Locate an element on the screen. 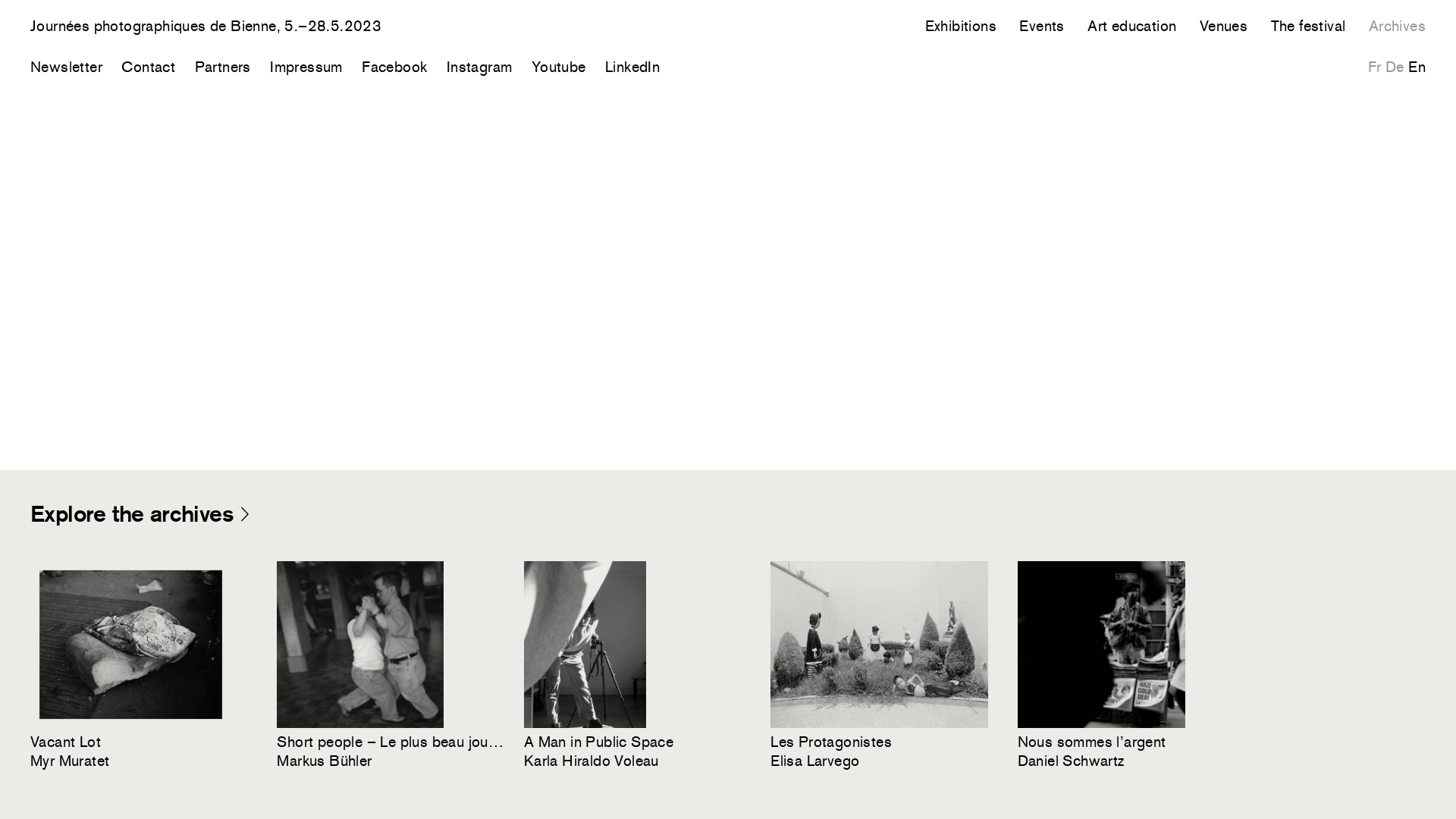  'Youtube' is located at coordinates (558, 66).